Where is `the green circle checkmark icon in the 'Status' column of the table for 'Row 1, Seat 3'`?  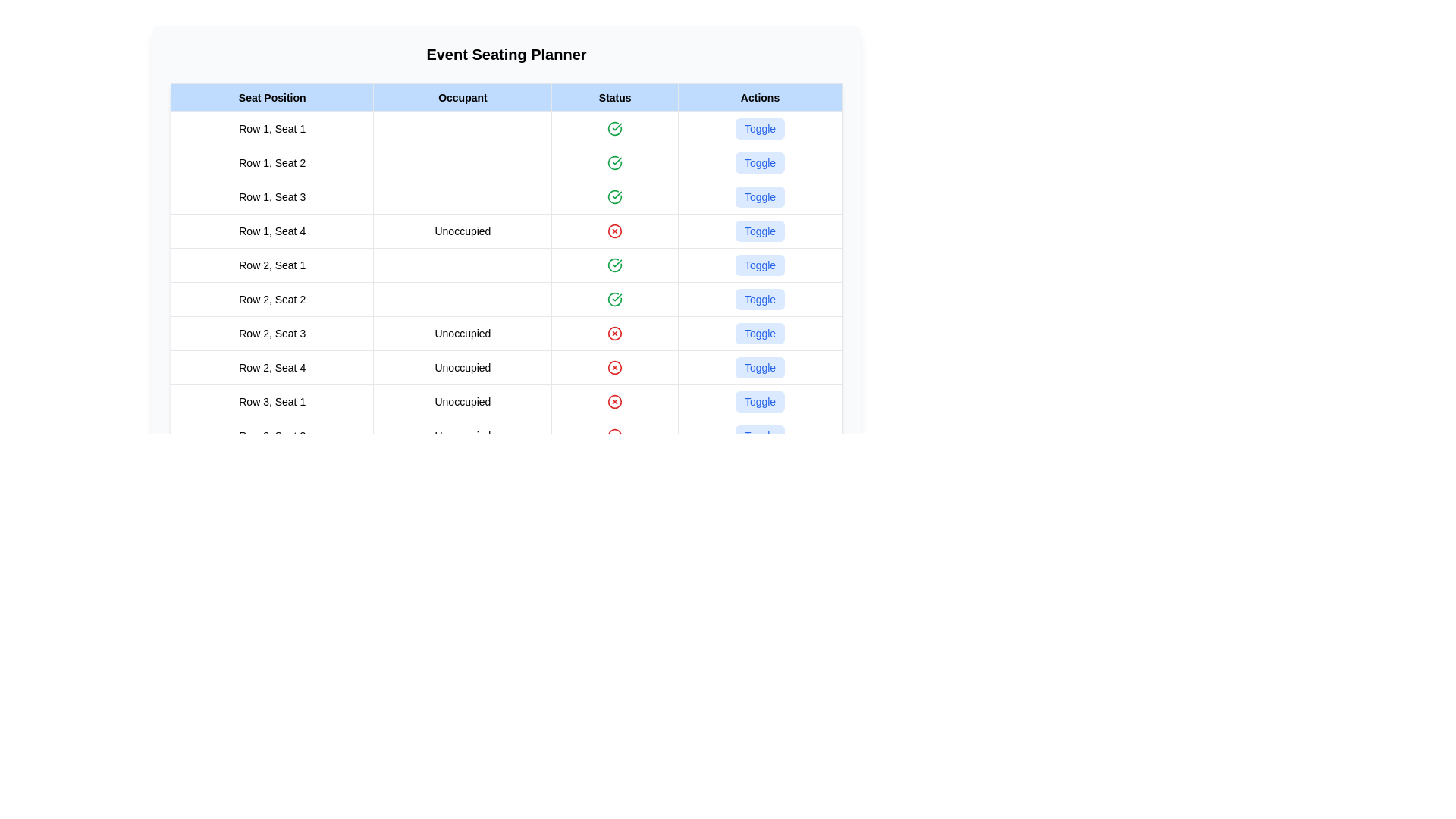 the green circle checkmark icon in the 'Status' column of the table for 'Row 1, Seat 3' is located at coordinates (615, 196).